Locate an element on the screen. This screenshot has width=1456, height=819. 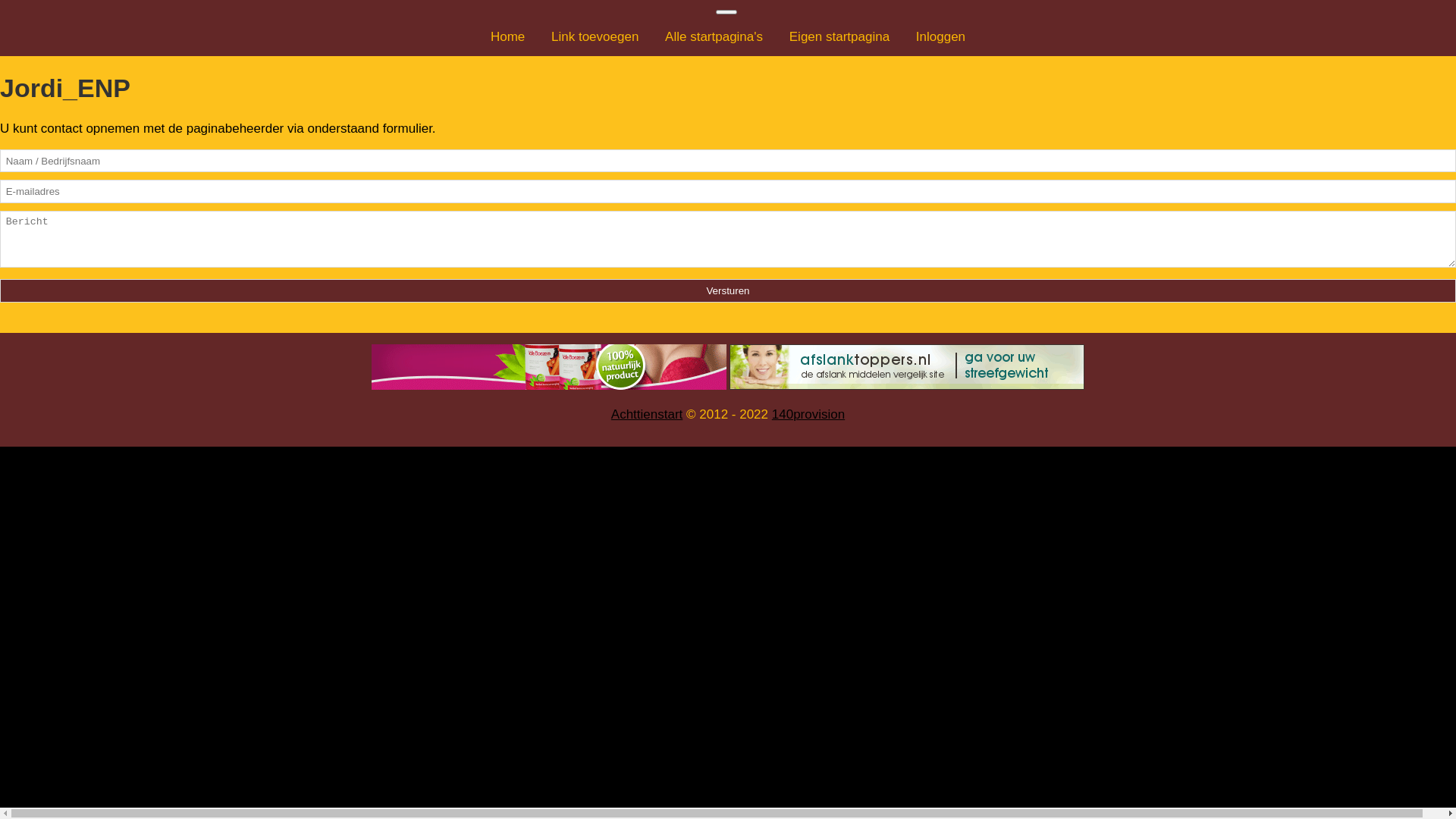
'De beste afslankmiddelen op een site' is located at coordinates (906, 366).